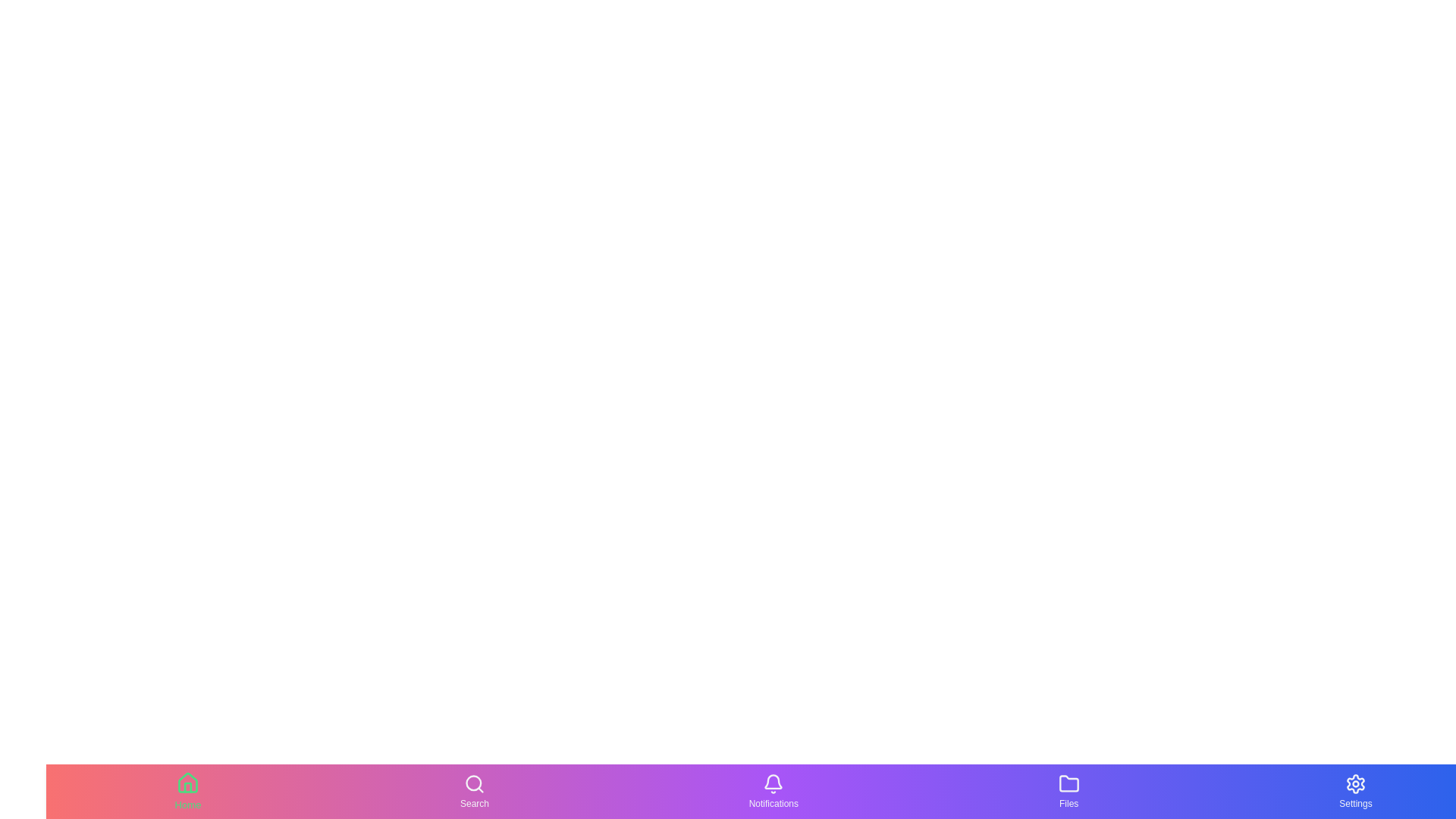 The image size is (1456, 819). Describe the element at coordinates (187, 791) in the screenshot. I see `the tab labeled Home` at that location.